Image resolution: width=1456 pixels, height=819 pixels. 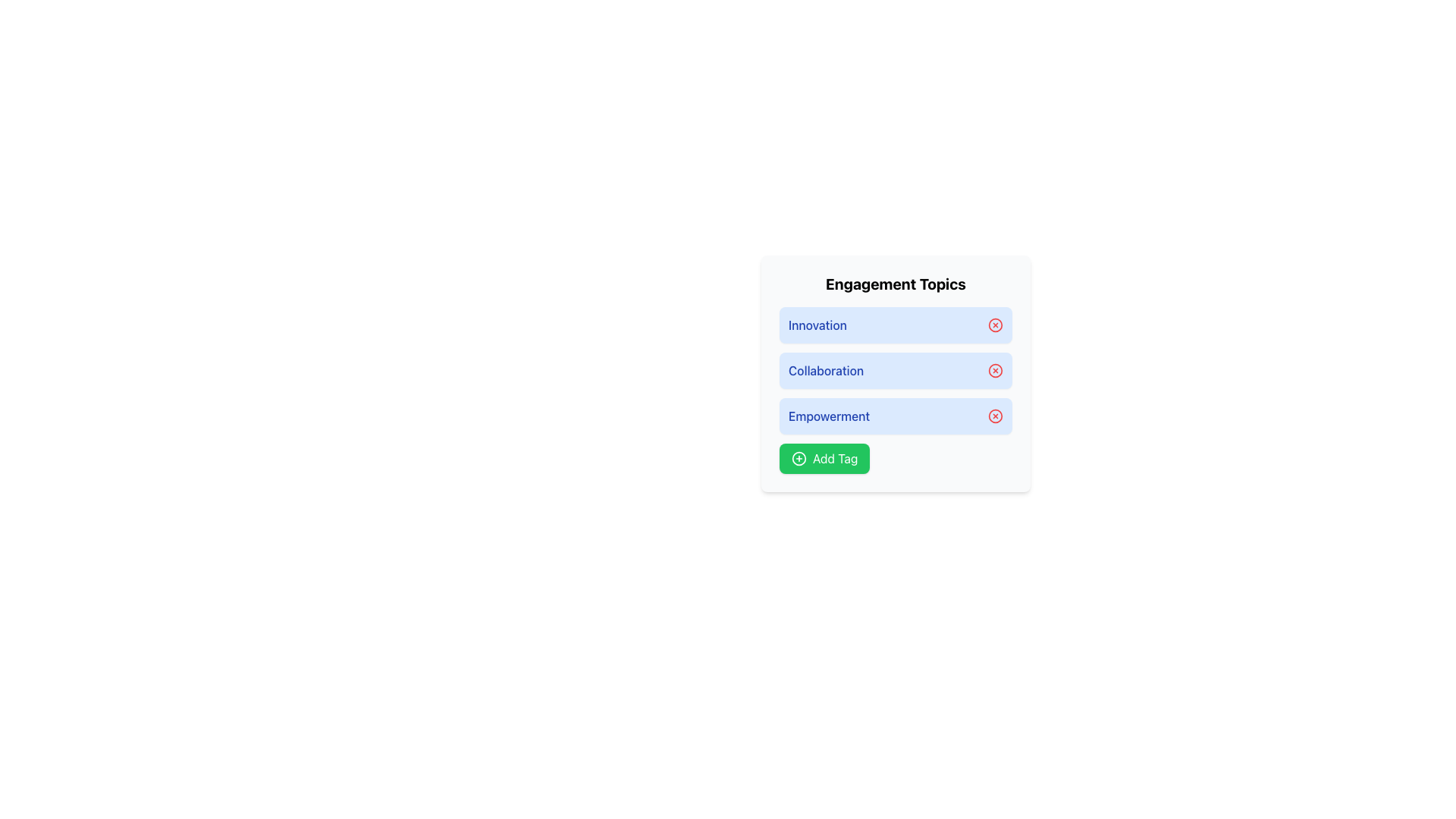 I want to click on the decorative circular element of the close icon positioned to the right of the 'Collaboration' text in the second row of the 'Engagement Topics' list, so click(x=996, y=371).